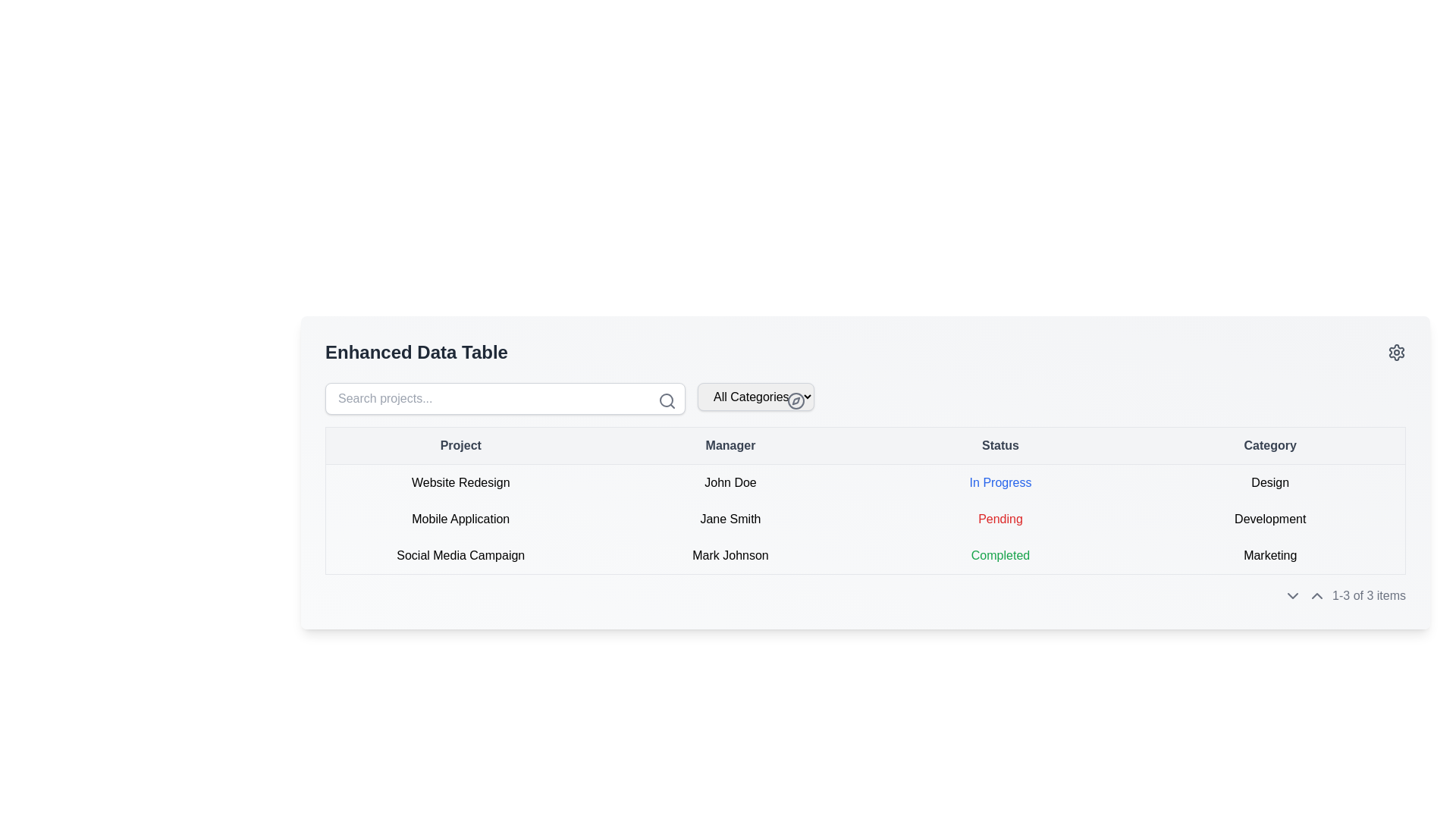 The image size is (1456, 819). Describe the element at coordinates (730, 556) in the screenshot. I see `the text label displaying 'Mark Johnson' in the 'Manager' column of the row labeled 'Social Media Campaign'` at that location.